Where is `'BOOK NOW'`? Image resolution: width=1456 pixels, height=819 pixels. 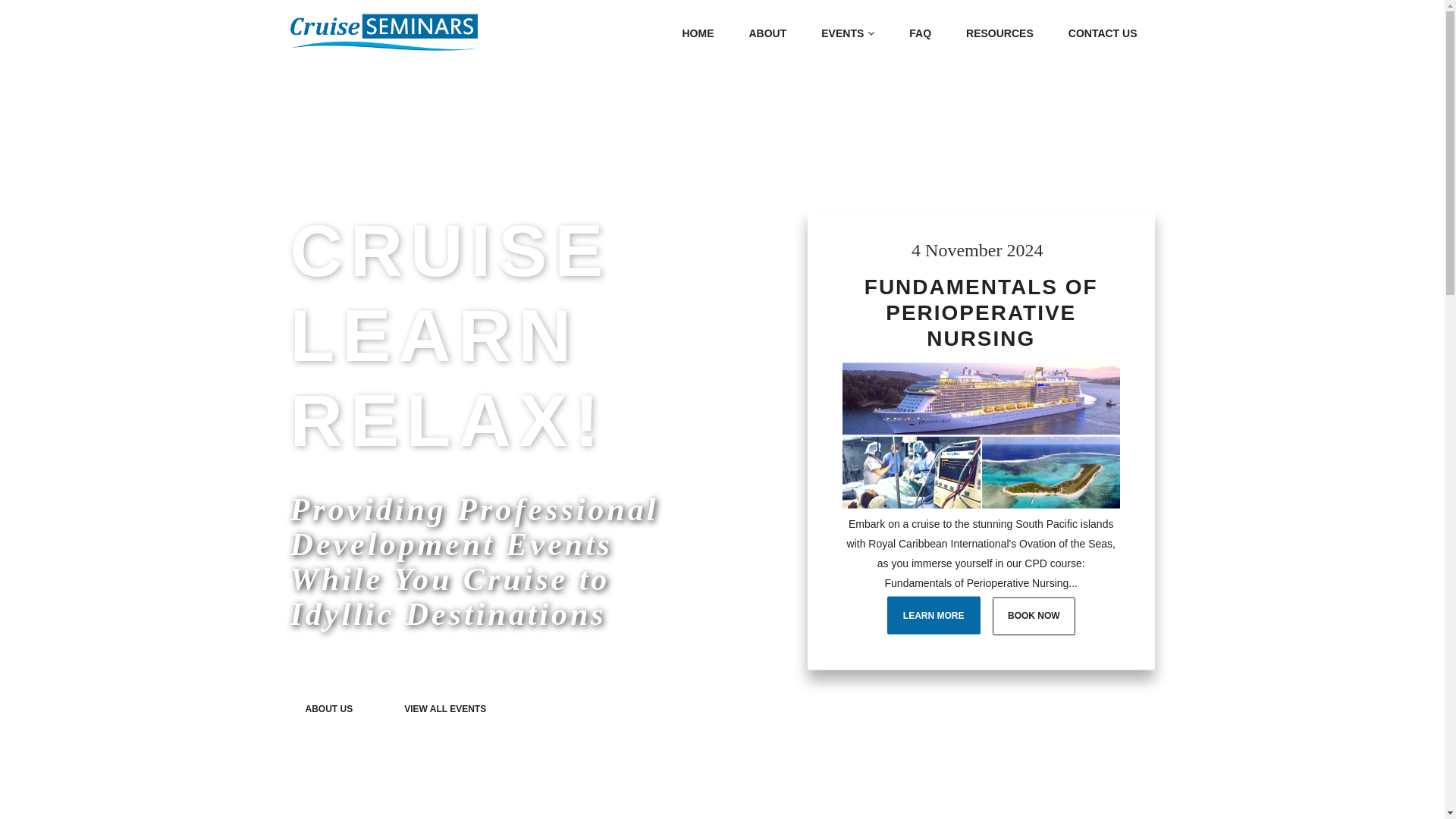
'BOOK NOW' is located at coordinates (993, 616).